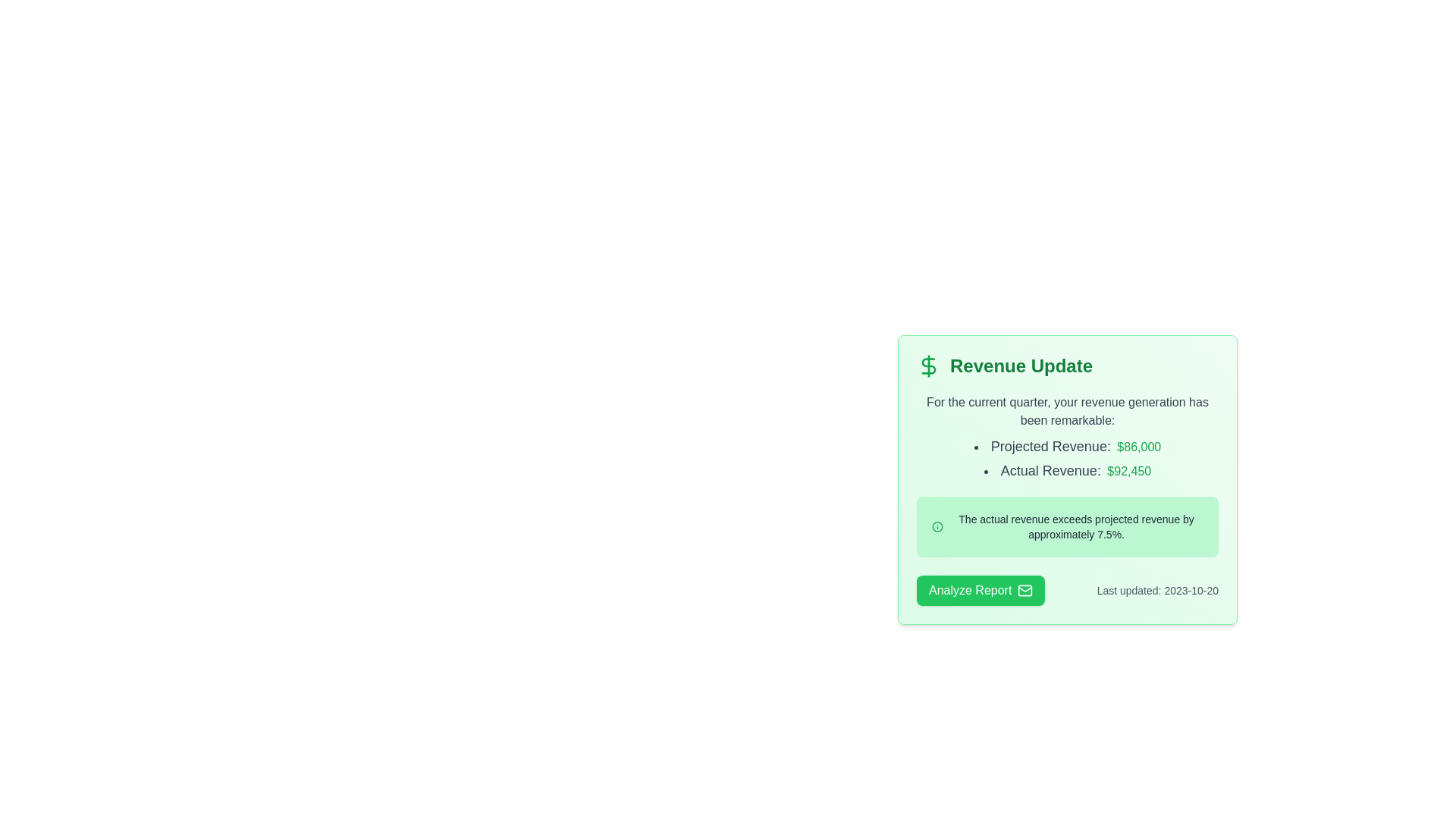 Image resolution: width=1456 pixels, height=819 pixels. Describe the element at coordinates (1066, 412) in the screenshot. I see `the text block displaying the sentence 'For the current quarter, your revenue generation has been remarkable:' which is styled in medium-dark gray on a light green background` at that location.